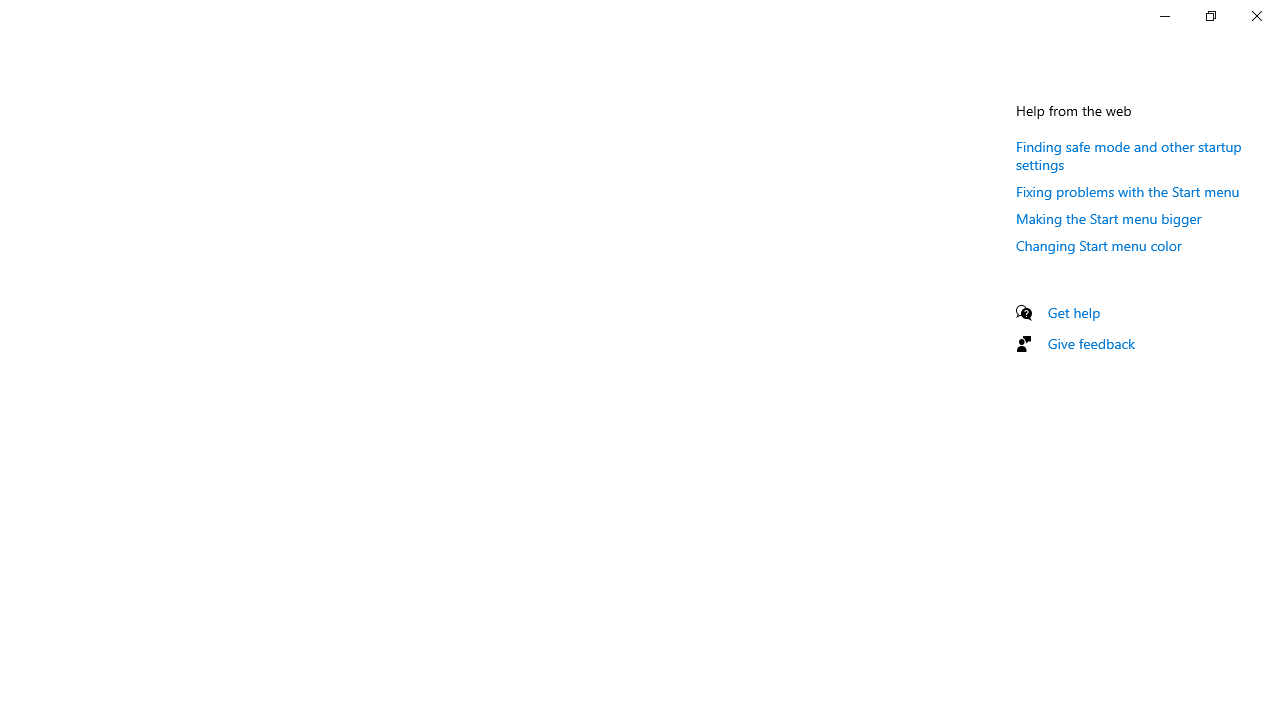  Describe the element at coordinates (1255, 15) in the screenshot. I see `'Close Settings'` at that location.